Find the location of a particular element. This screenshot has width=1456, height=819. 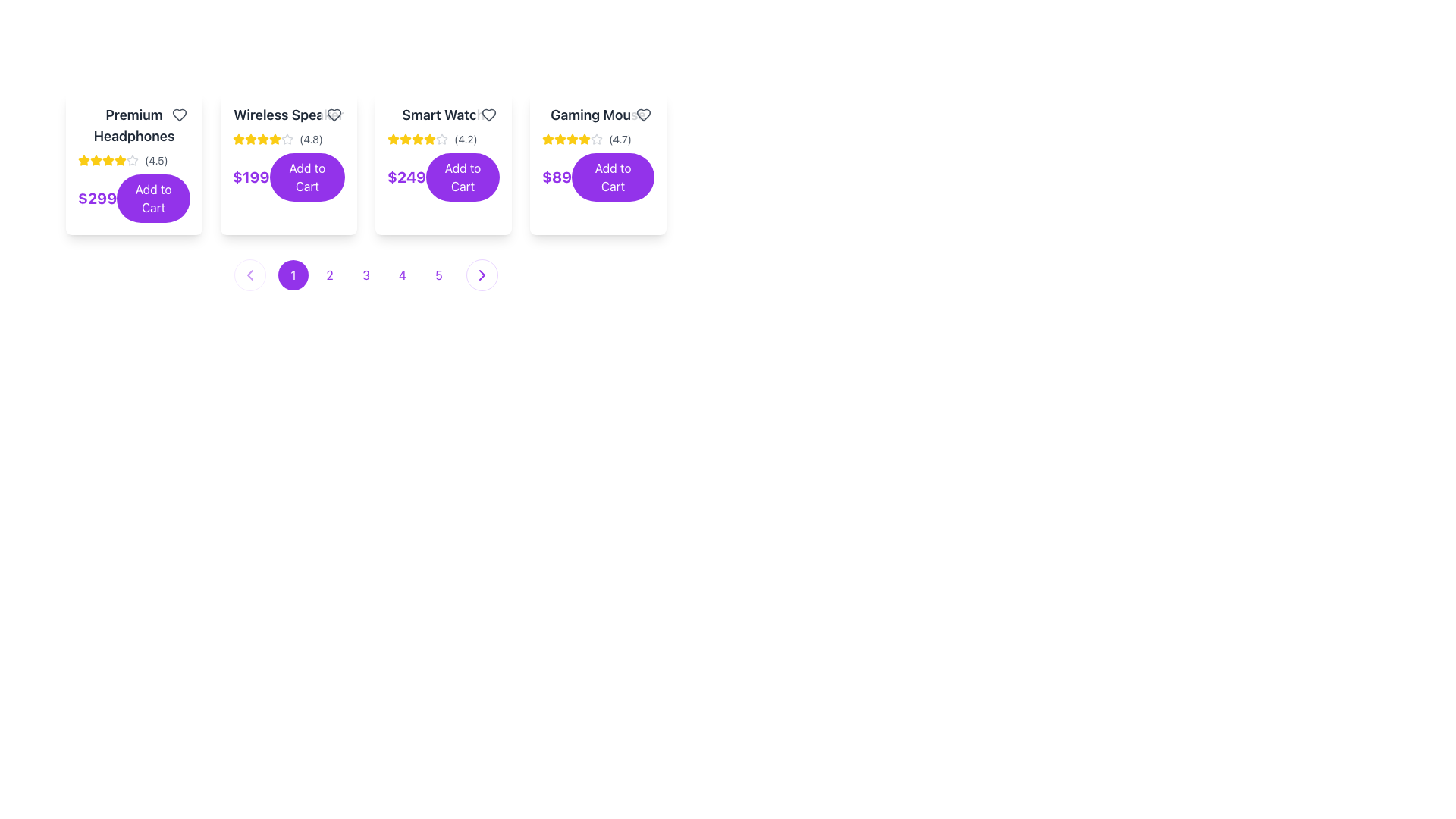

the third star in the 5-star rating system for the 'Smart Watch' product to update the rating to 3 stars is located at coordinates (405, 139).